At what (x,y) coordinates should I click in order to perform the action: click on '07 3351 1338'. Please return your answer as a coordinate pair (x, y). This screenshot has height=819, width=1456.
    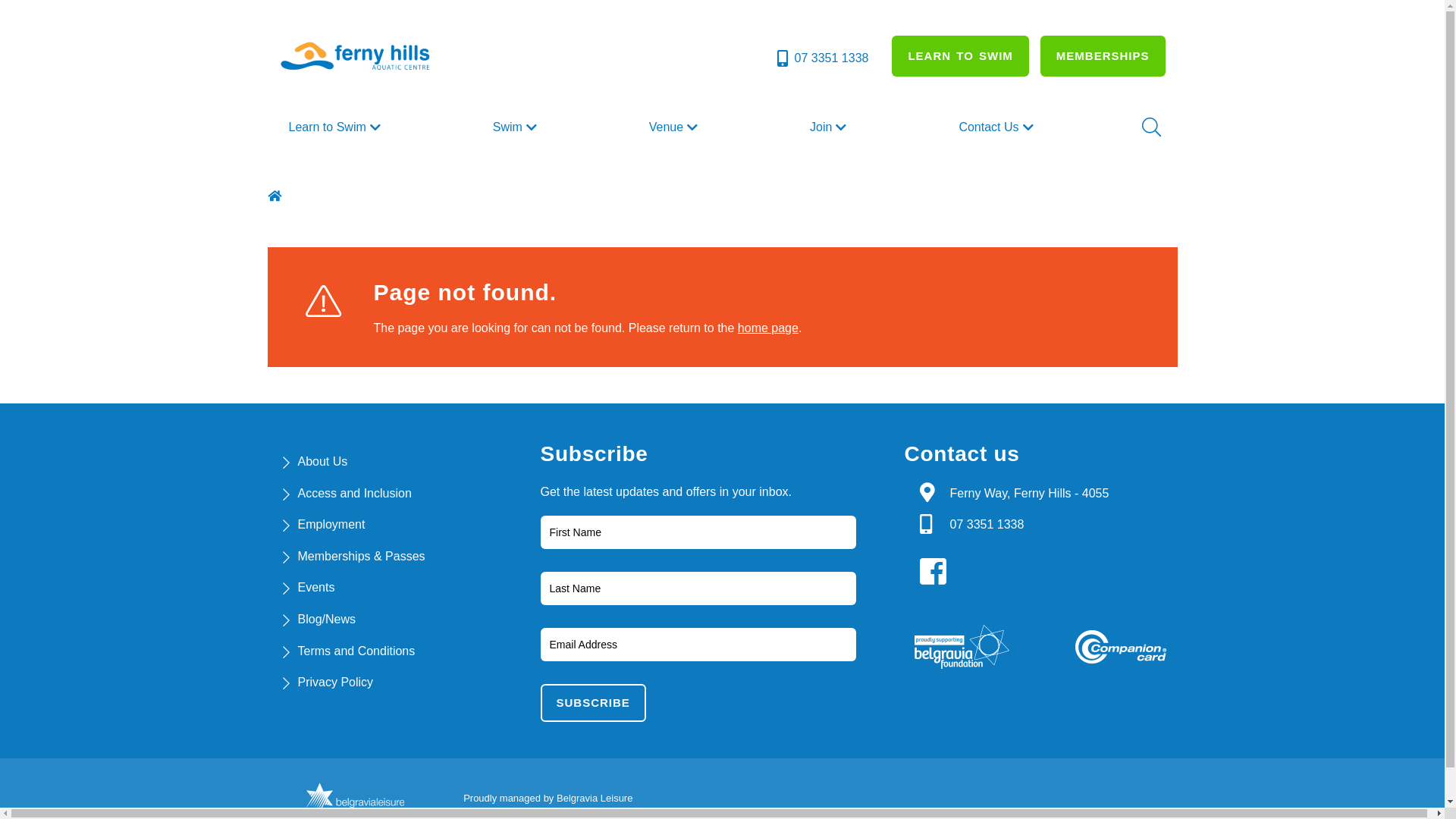
    Looking at the image, I should click on (949, 523).